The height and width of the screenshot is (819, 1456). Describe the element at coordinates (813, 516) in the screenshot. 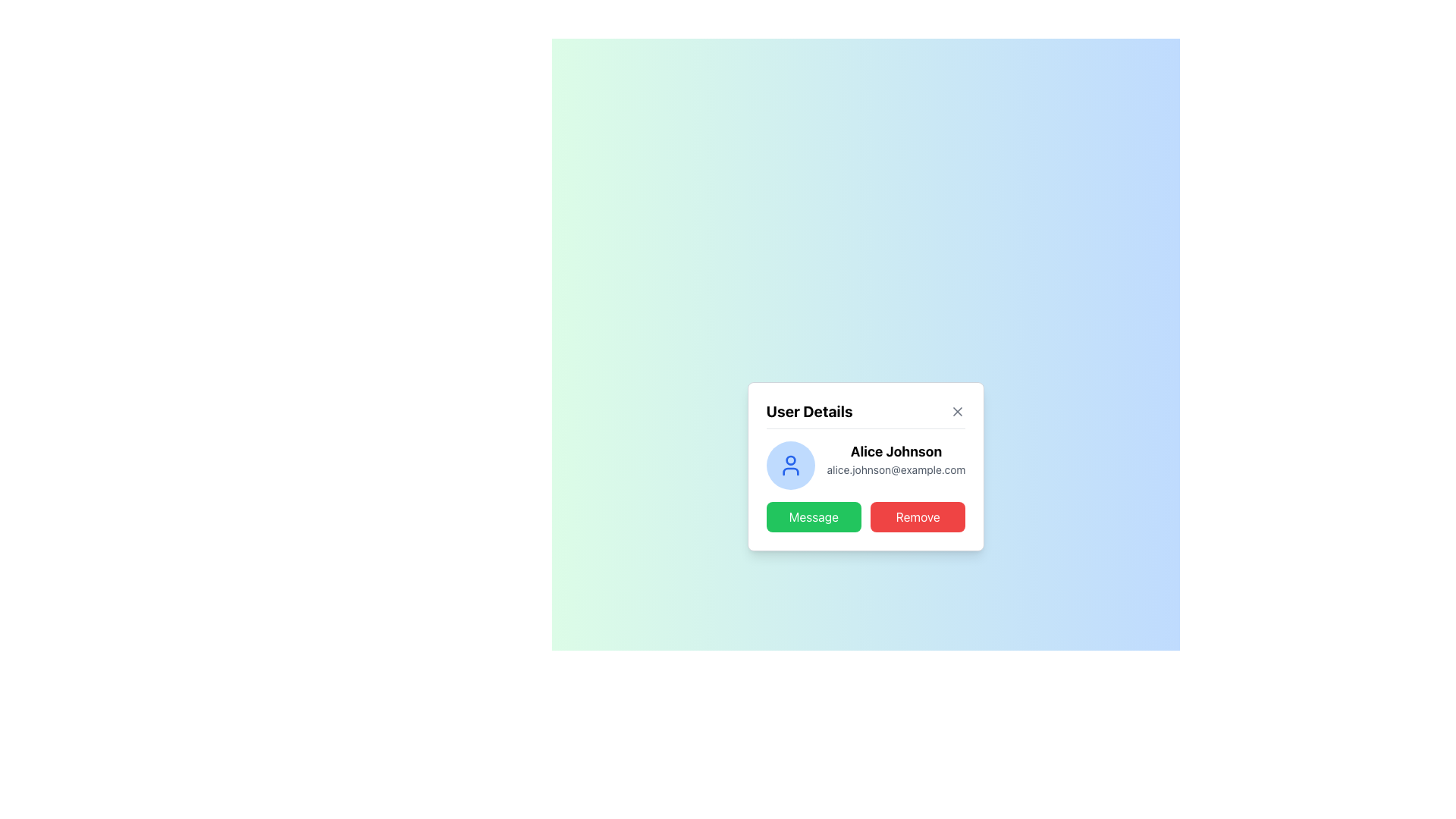

I see `the first button in the horizontal pair located under the user's details` at that location.